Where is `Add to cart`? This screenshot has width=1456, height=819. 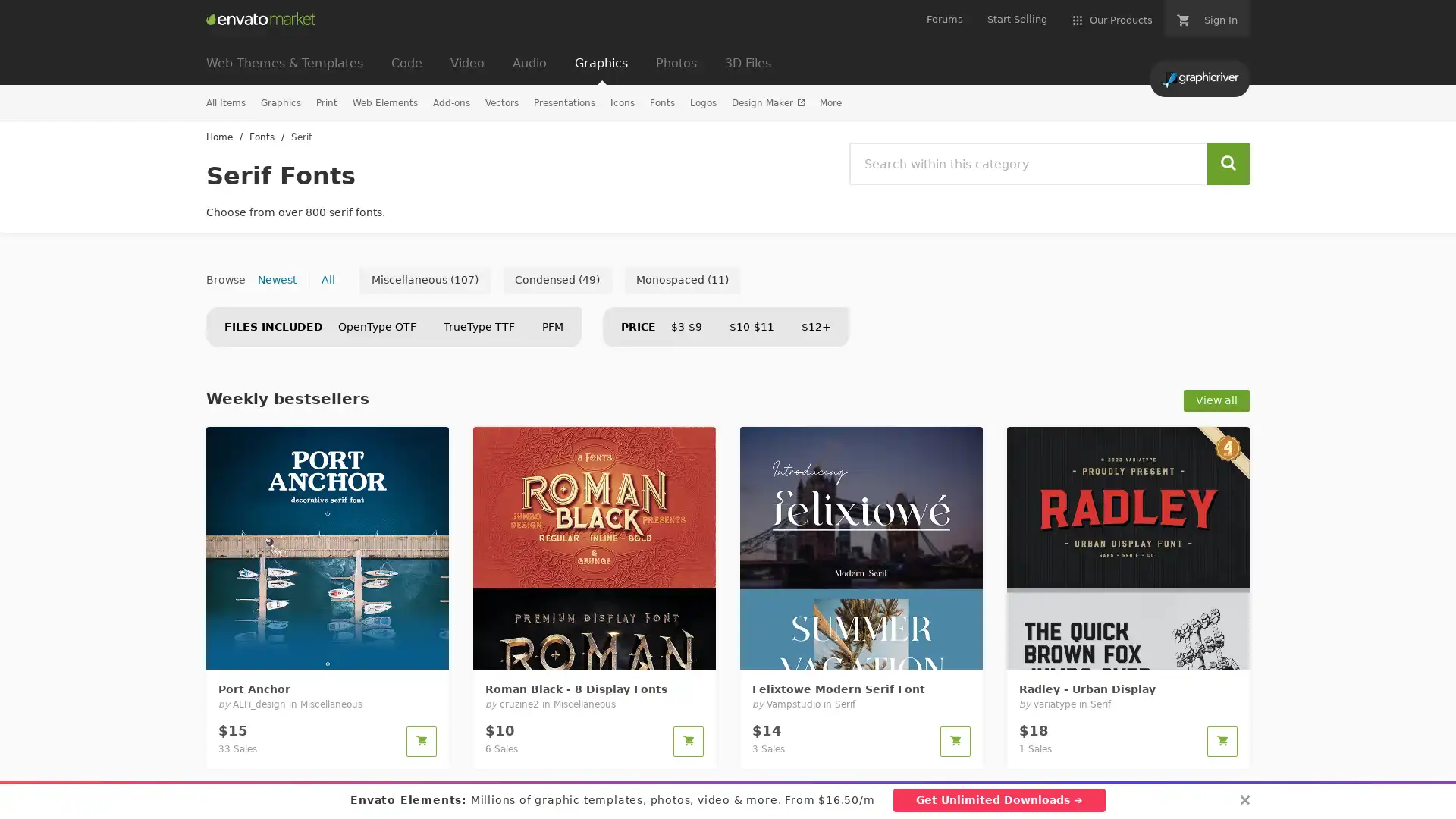
Add to cart is located at coordinates (1222, 741).